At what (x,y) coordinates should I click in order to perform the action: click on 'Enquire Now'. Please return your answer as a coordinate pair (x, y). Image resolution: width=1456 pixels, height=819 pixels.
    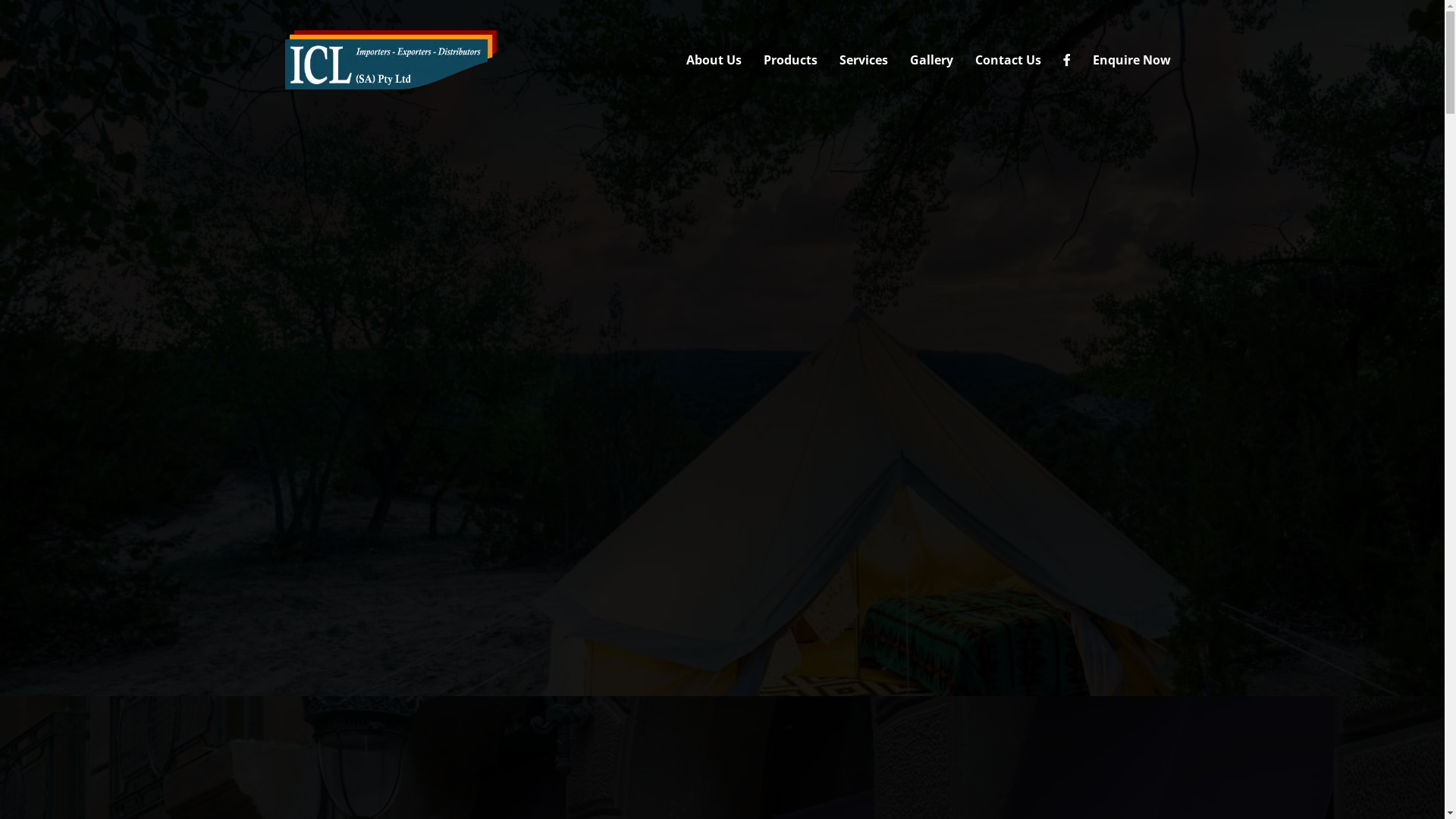
    Looking at the image, I should click on (1131, 58).